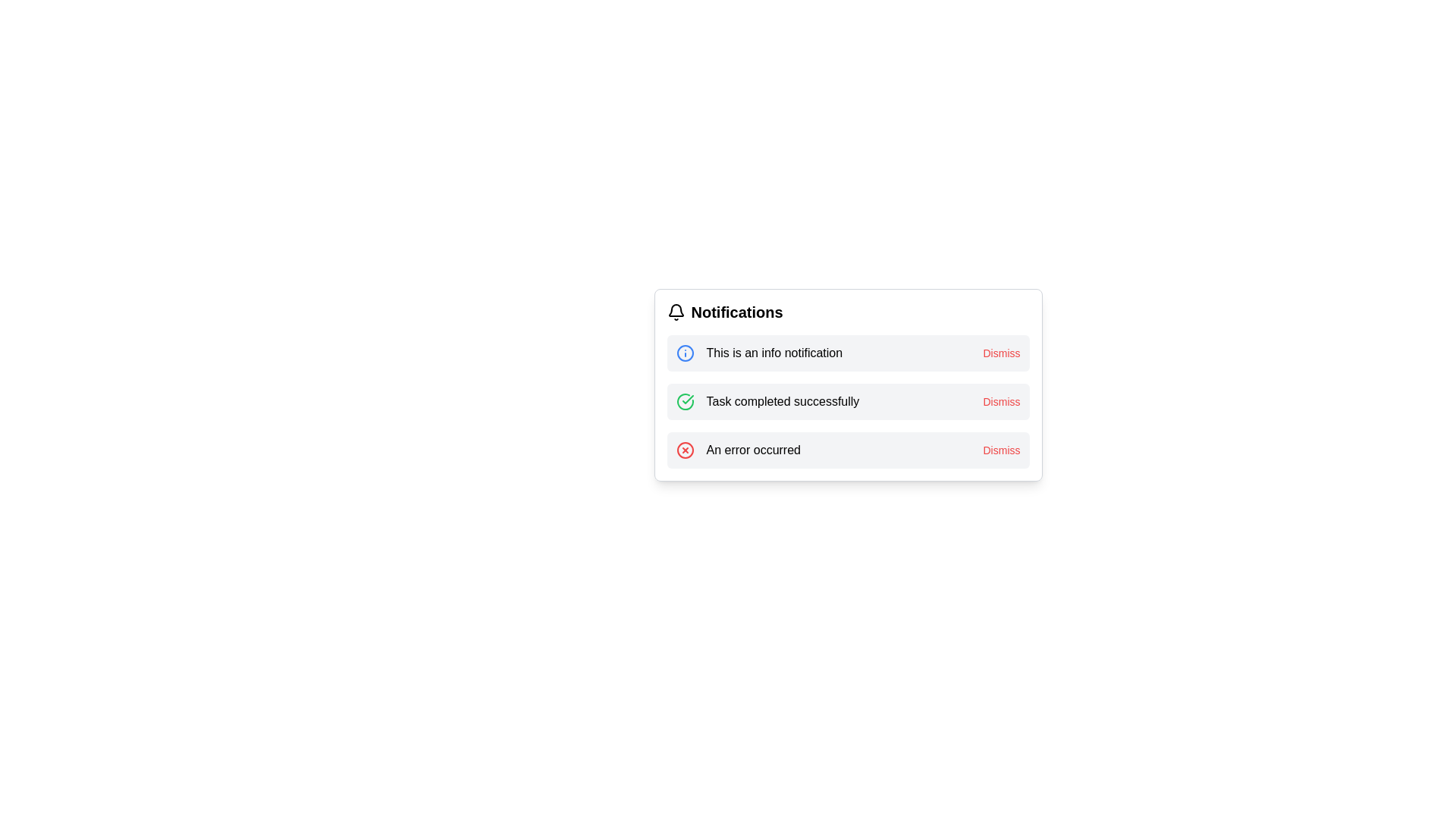  I want to click on the error status indicator located to the left of the text 'An error occurred' in the lower row of the notification component, so click(684, 450).